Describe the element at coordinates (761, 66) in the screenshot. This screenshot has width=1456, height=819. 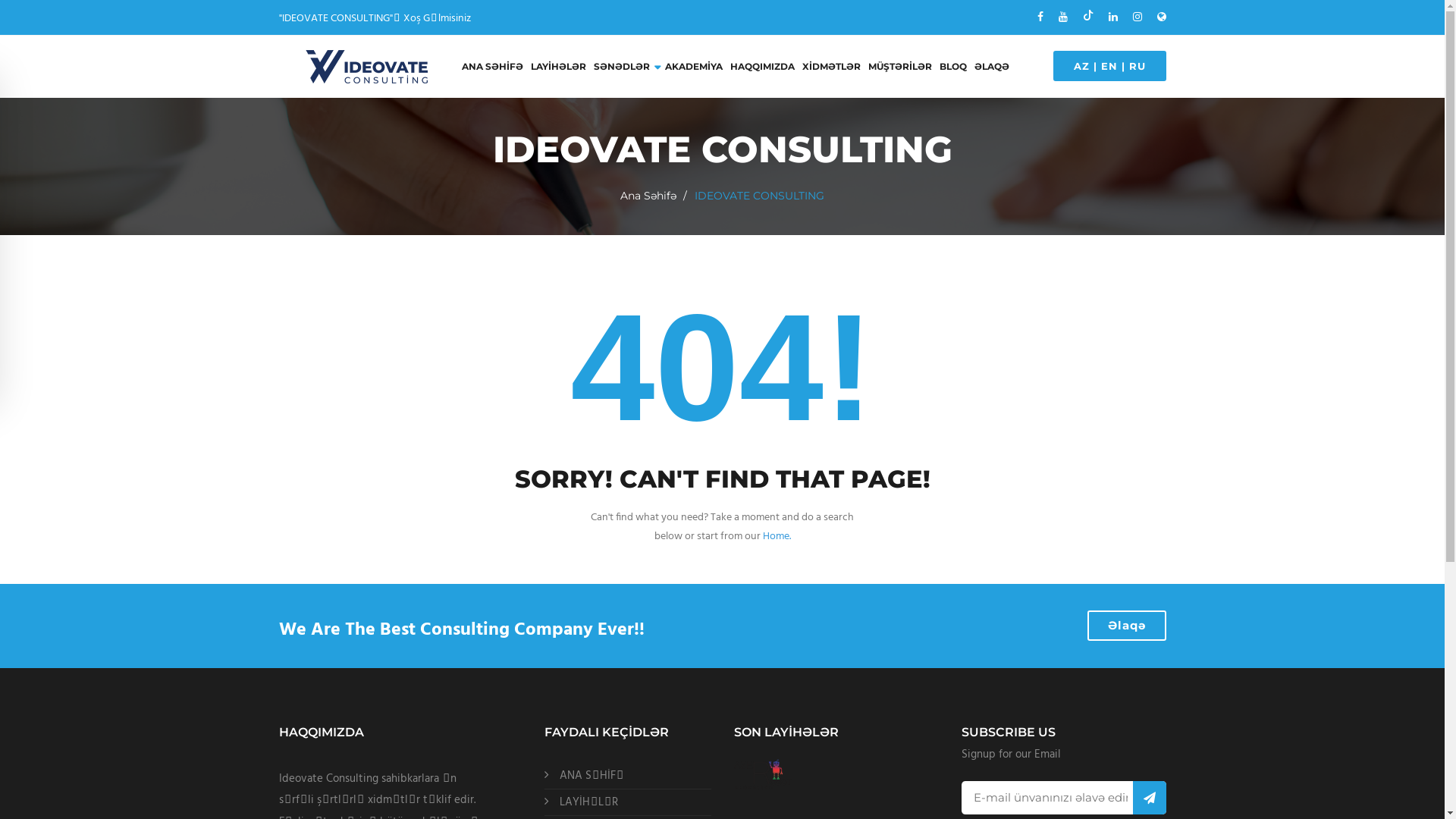
I see `'HAQQIMIZDA'` at that location.